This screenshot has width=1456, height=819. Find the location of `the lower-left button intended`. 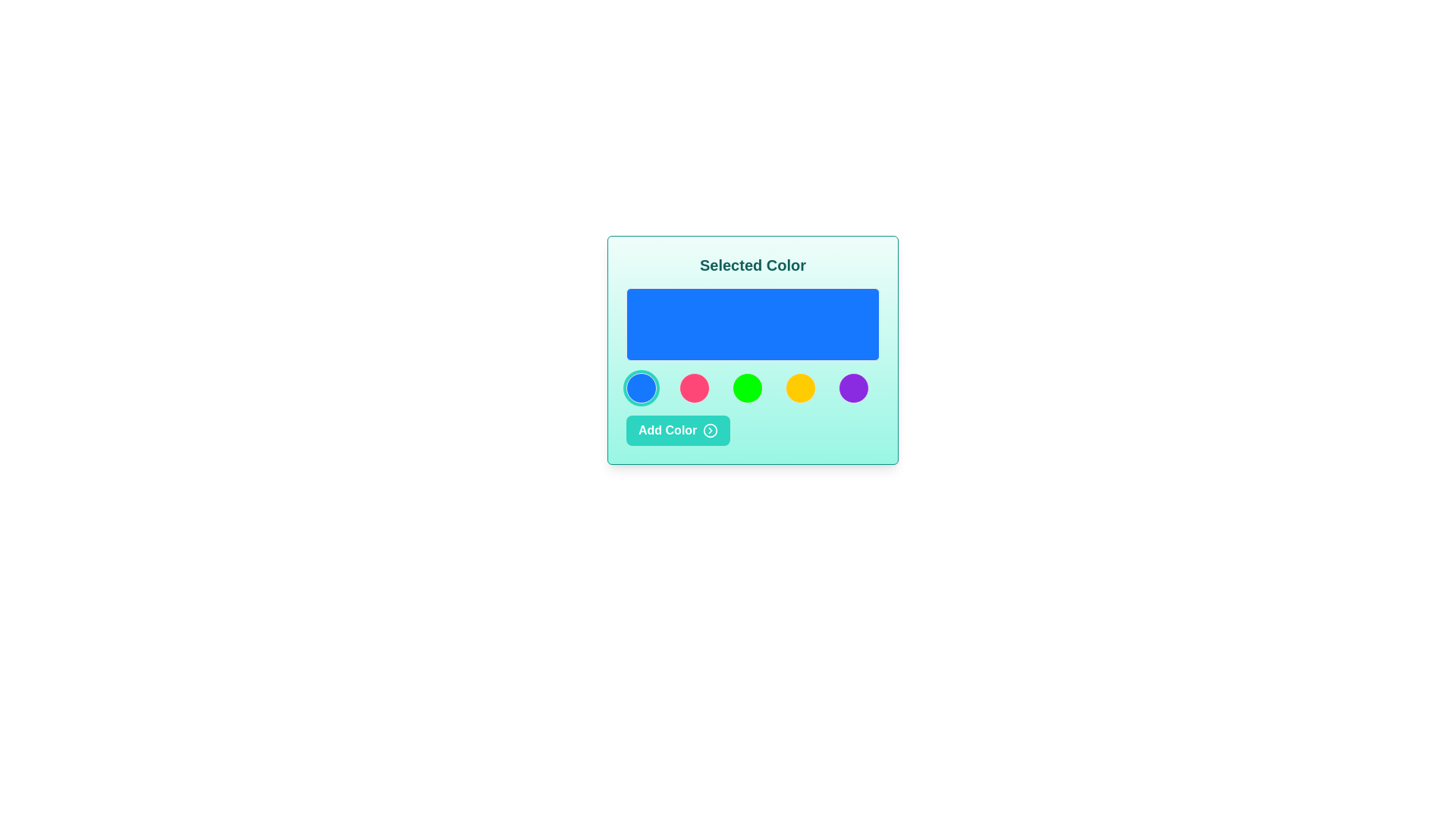

the lower-left button intended is located at coordinates (677, 430).